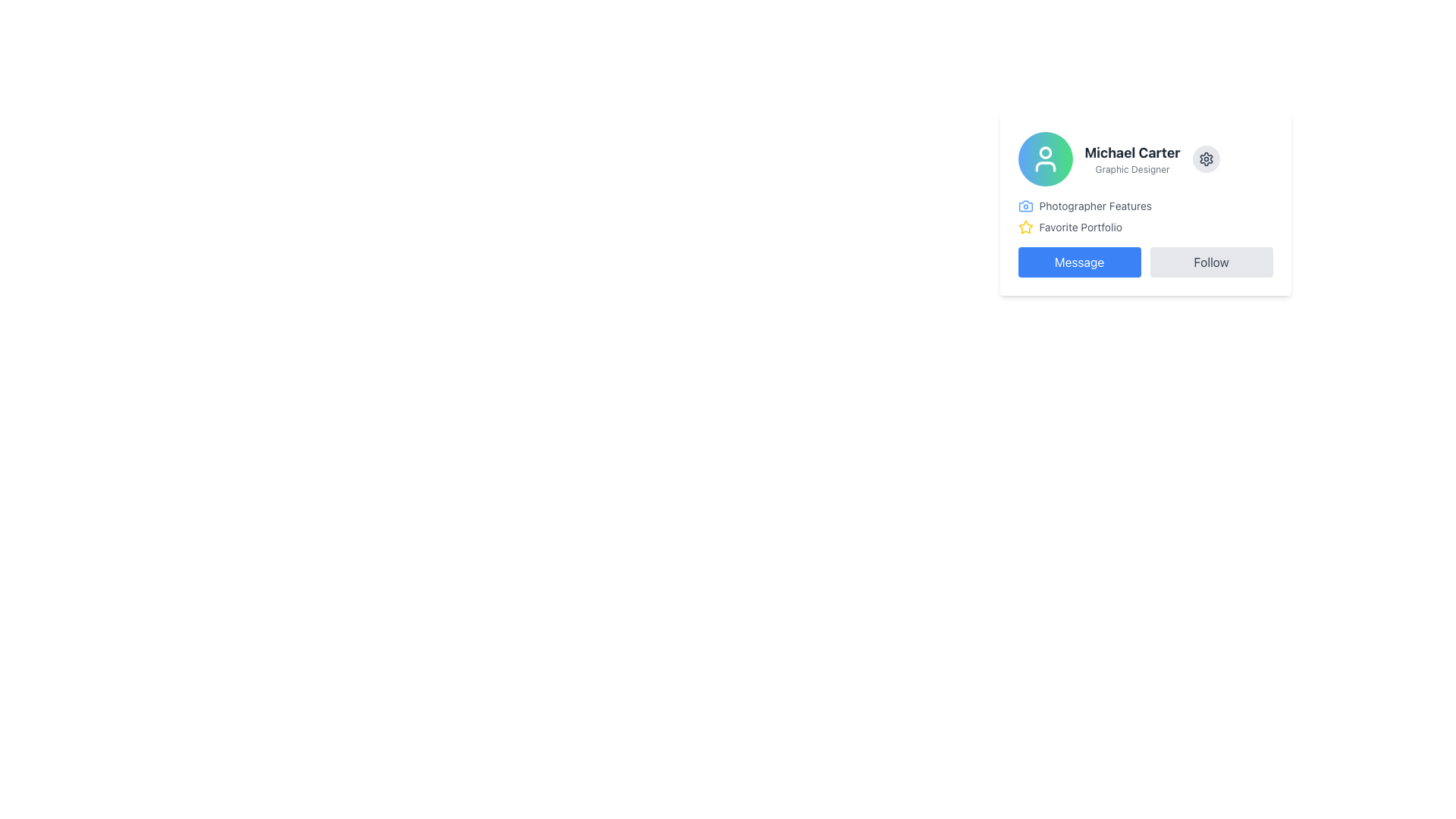 This screenshot has height=819, width=1456. What do you see at coordinates (1044, 152) in the screenshot?
I see `the SVG Circle element which is part of a user profile picture icon, positioned above the user's torso representation` at bounding box center [1044, 152].